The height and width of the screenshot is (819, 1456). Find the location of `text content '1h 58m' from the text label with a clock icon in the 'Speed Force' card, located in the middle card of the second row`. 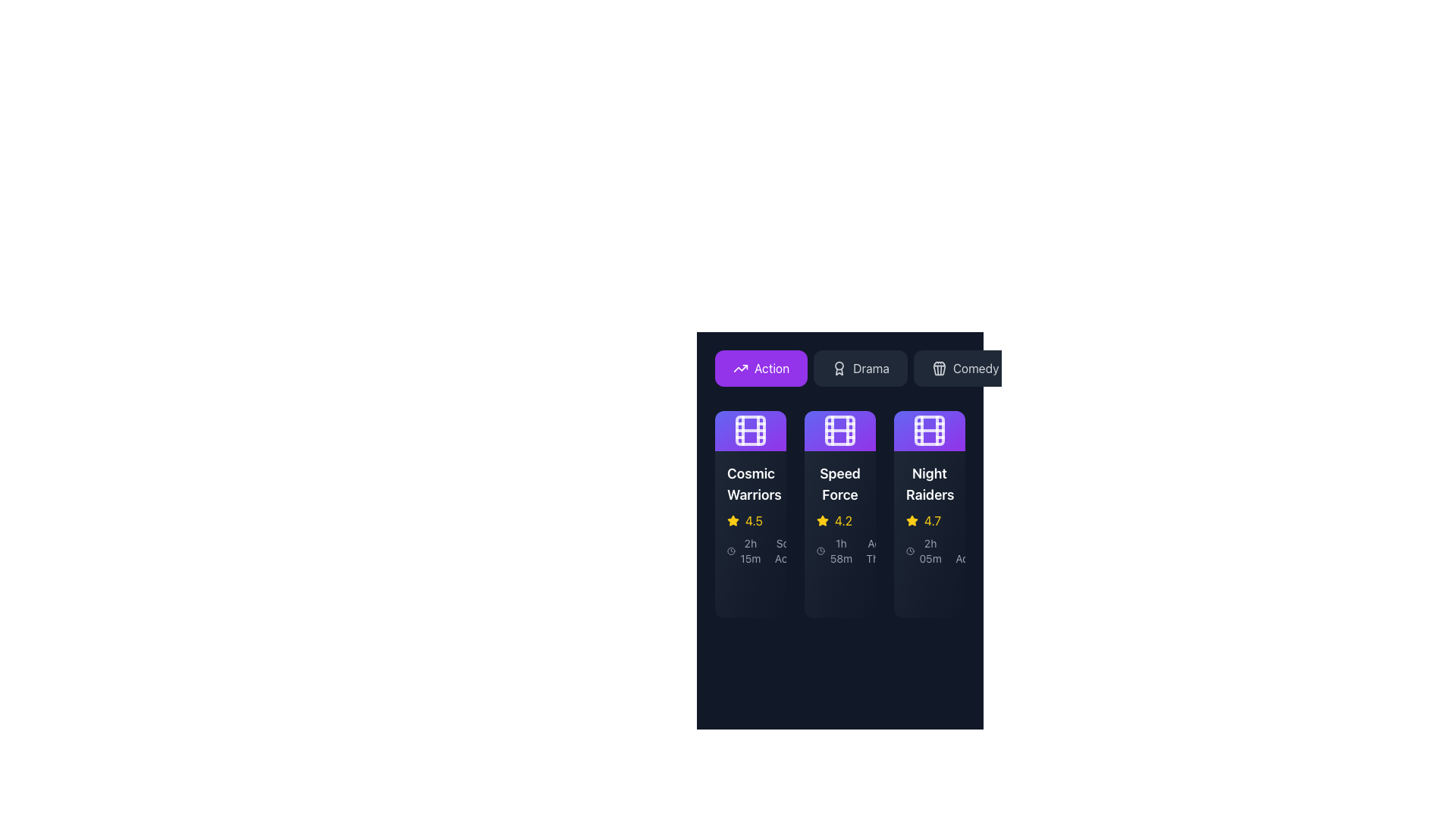

text content '1h 58m' from the text label with a clock icon in the 'Speed Force' card, located in the middle card of the second row is located at coordinates (834, 551).